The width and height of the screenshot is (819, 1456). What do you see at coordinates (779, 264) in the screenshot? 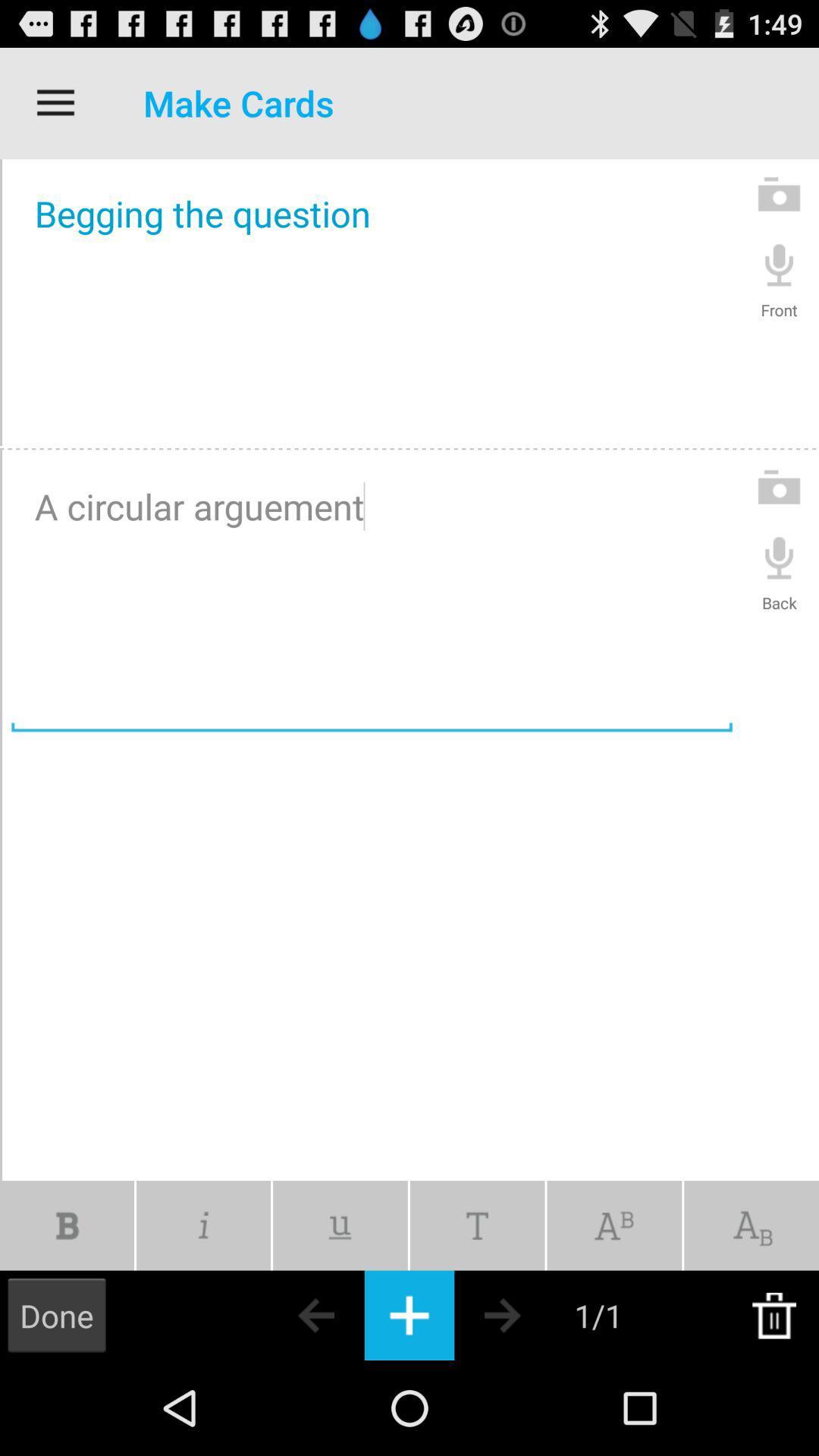
I see `listen to text` at bounding box center [779, 264].